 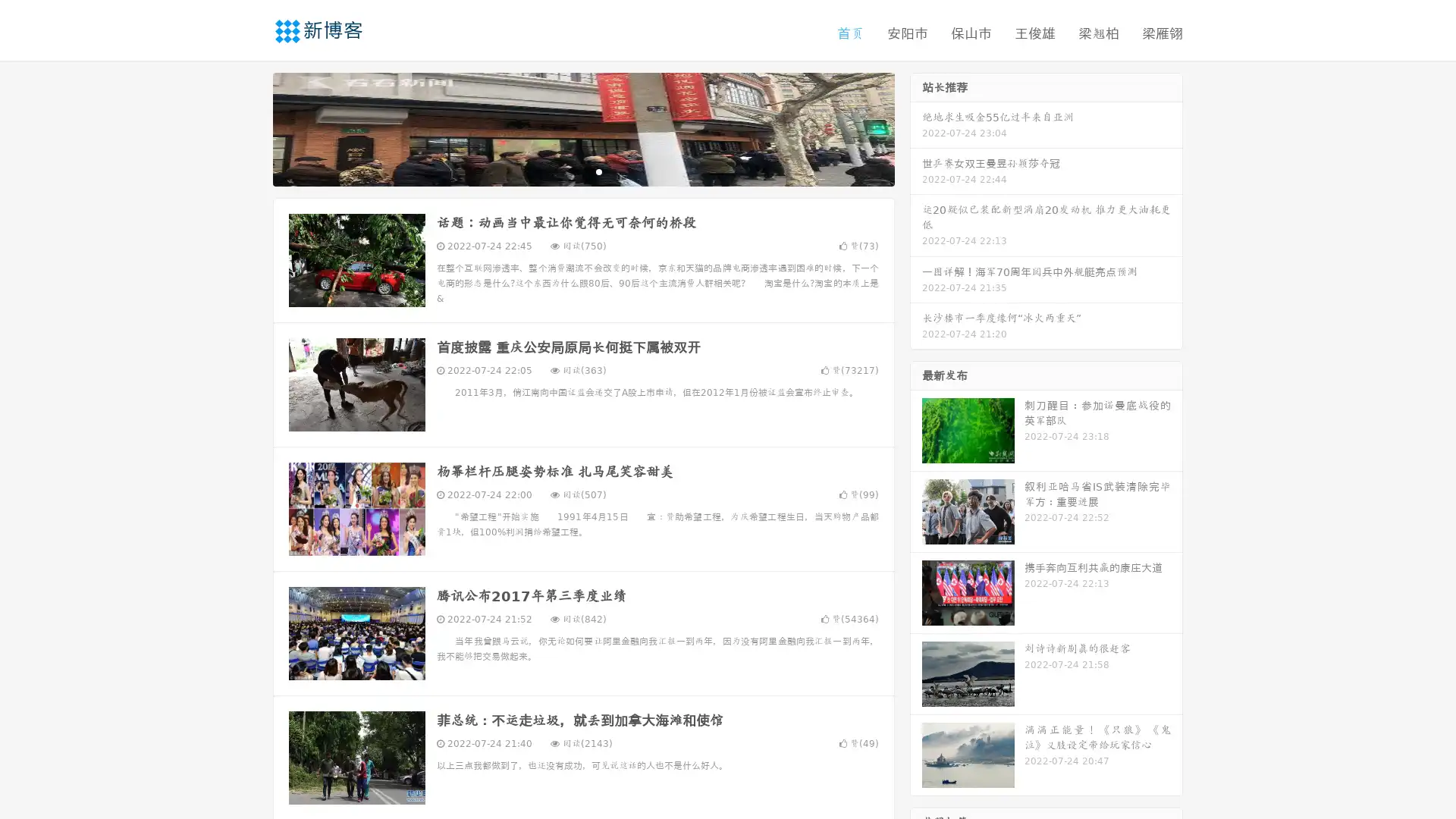 I want to click on Previous slide, so click(x=250, y=127).